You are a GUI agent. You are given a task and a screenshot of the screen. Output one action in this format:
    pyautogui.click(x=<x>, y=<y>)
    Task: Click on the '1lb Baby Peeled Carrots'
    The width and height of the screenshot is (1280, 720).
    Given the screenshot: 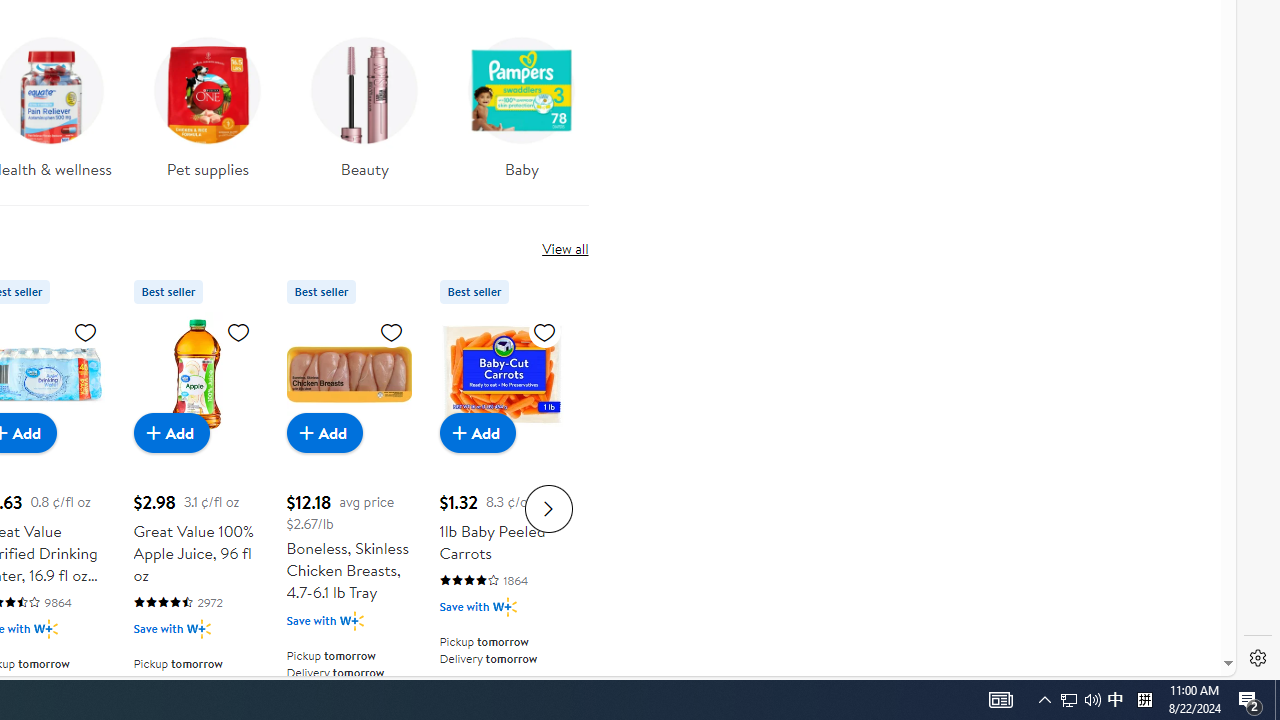 What is the action you would take?
    pyautogui.click(x=501, y=374)
    